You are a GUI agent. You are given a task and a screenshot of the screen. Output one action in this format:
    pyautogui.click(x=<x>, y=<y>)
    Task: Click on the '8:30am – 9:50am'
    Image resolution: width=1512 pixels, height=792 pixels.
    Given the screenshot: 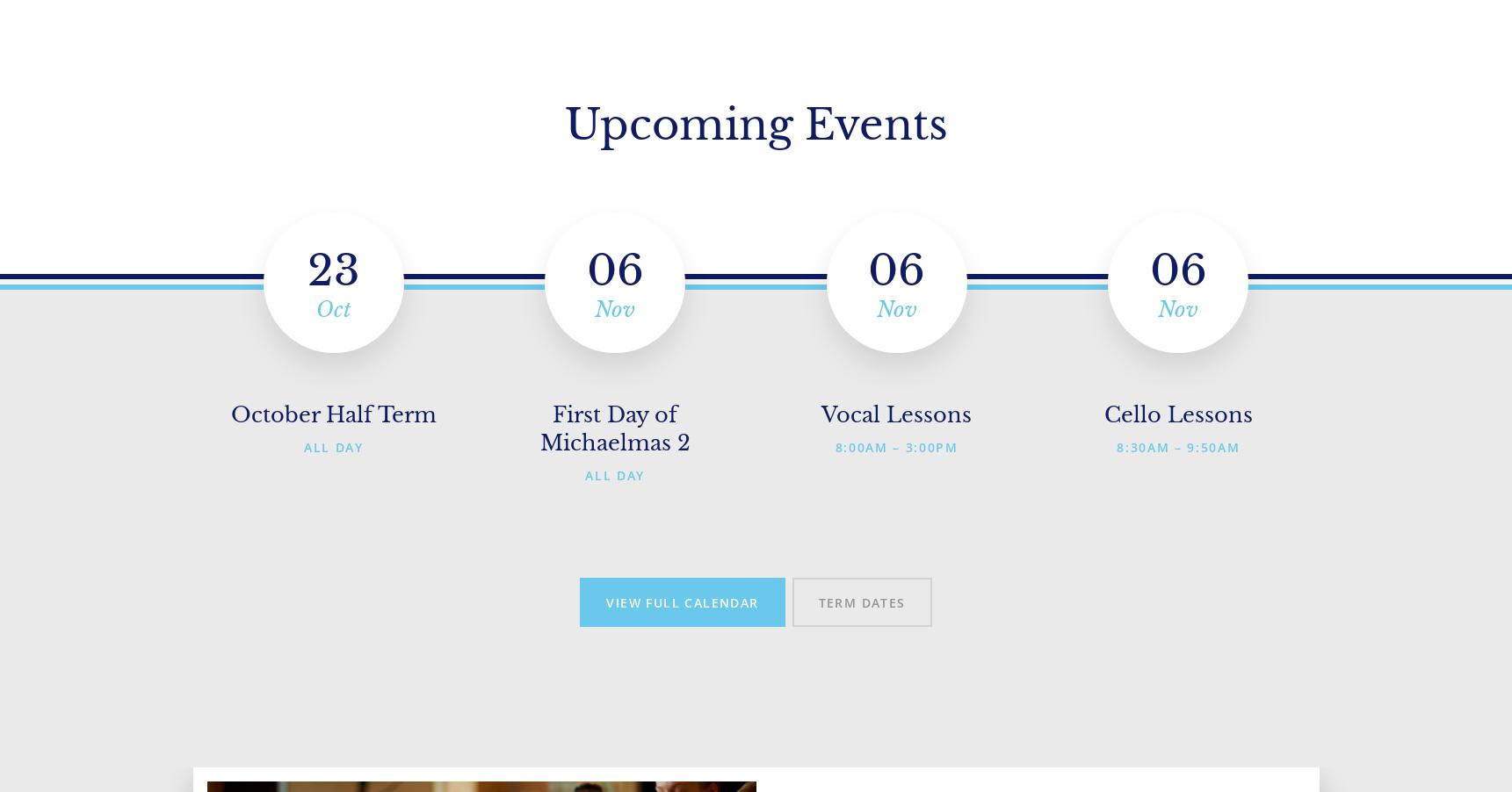 What is the action you would take?
    pyautogui.click(x=1177, y=446)
    